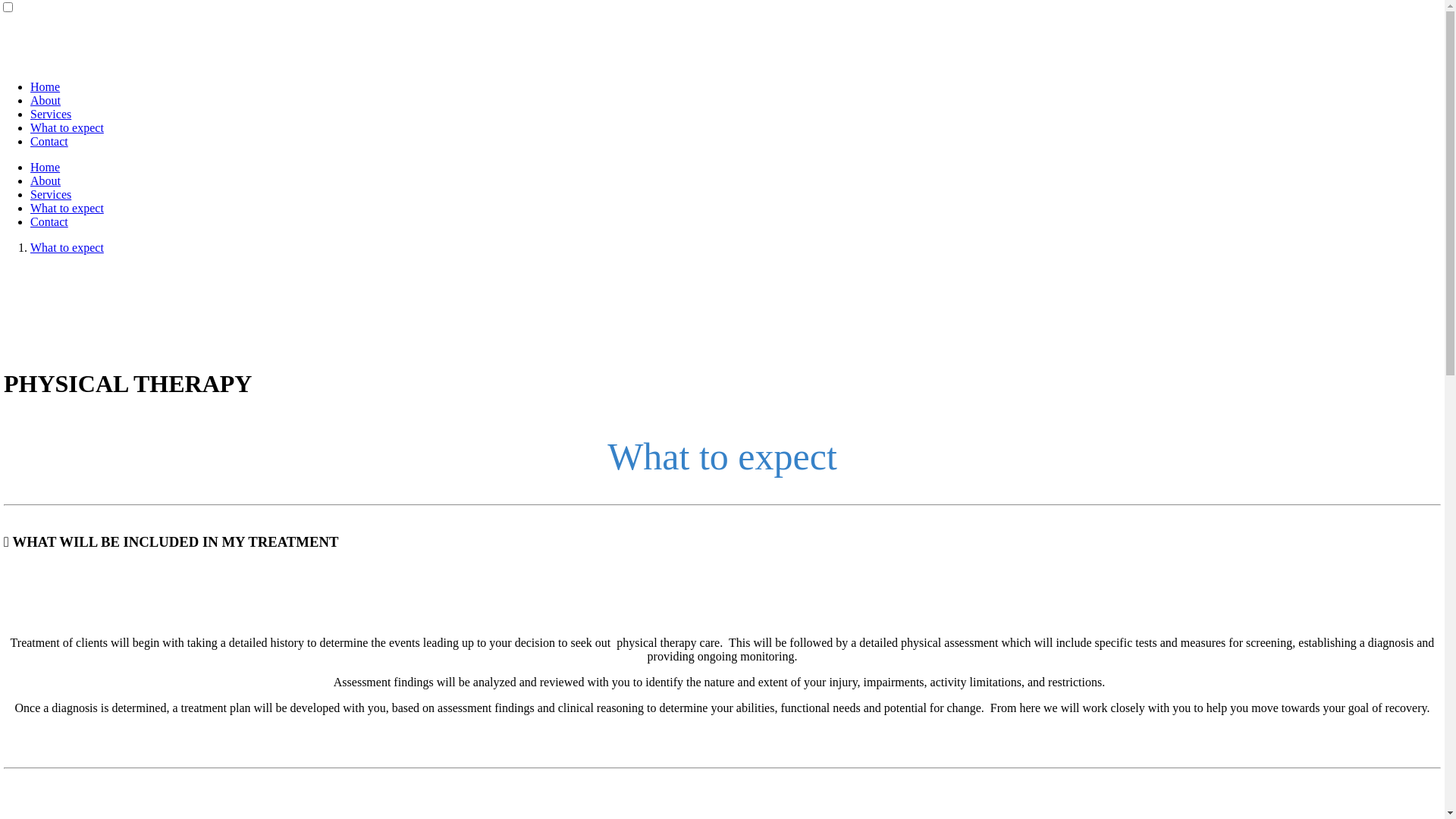  I want to click on 'Contact', so click(49, 221).